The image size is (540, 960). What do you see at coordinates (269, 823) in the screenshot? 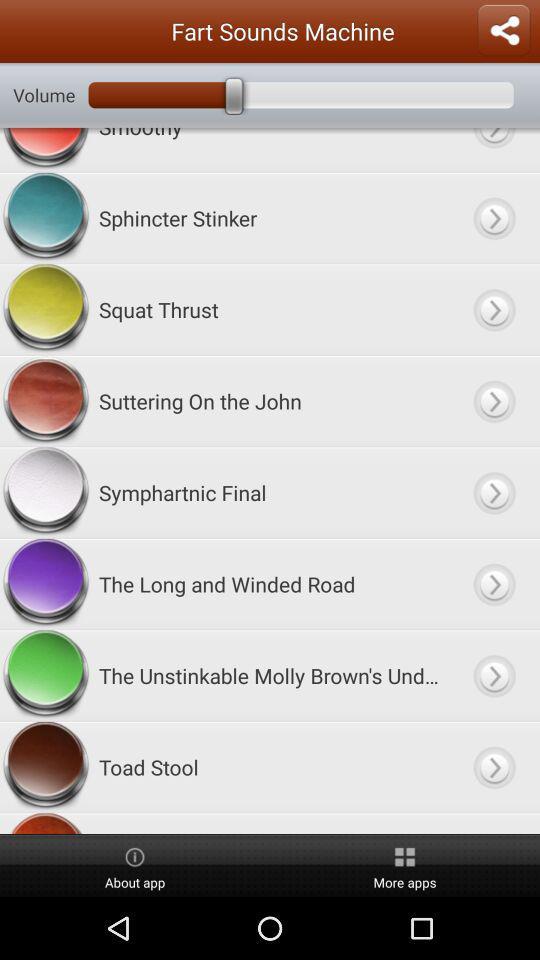
I see `item above the about app` at bounding box center [269, 823].